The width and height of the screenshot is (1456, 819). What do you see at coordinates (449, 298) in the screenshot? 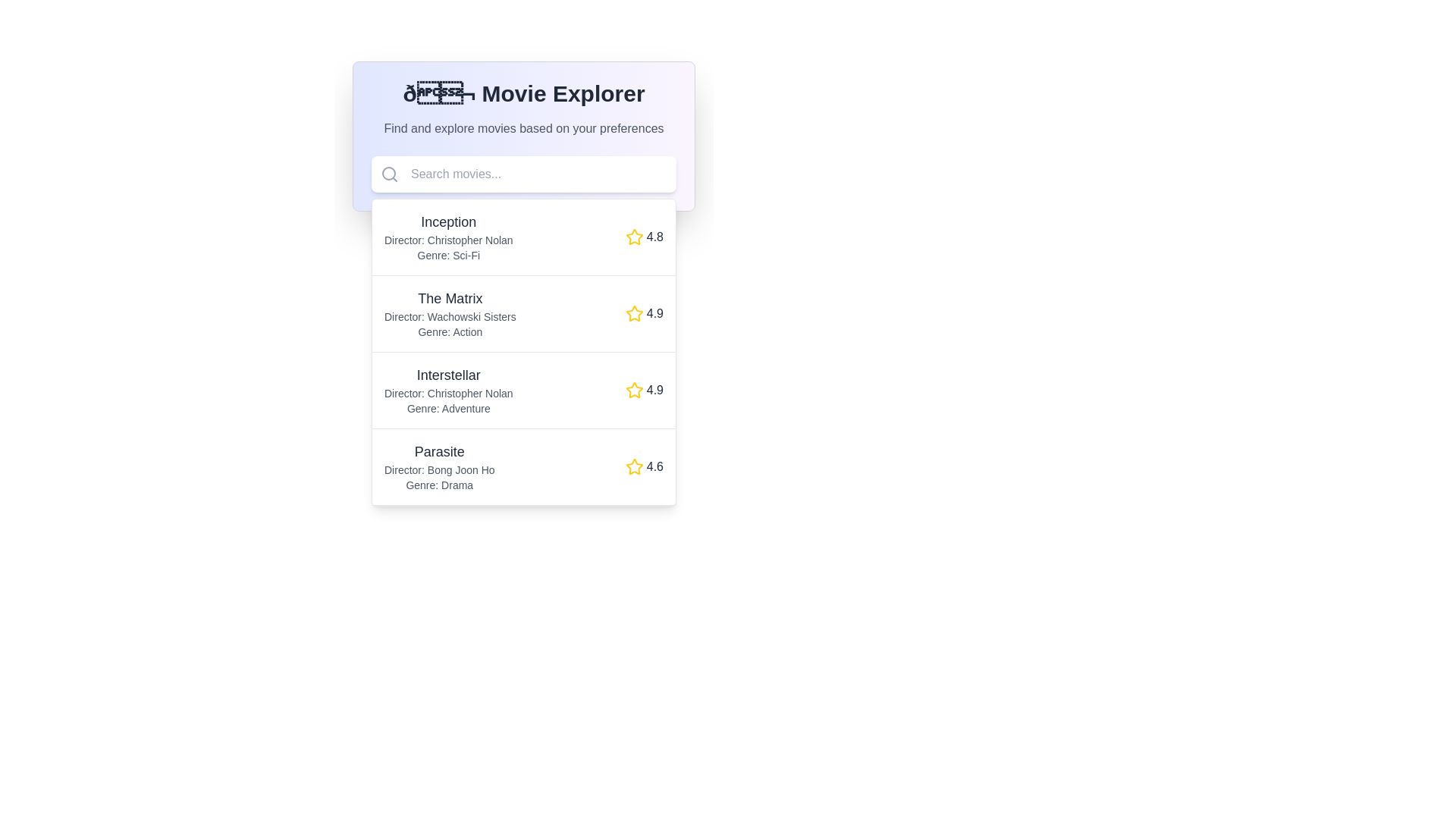
I see `the text label that serves as the title identifier for the movie entry, providing the movie's name to users for selection or informational purposes` at bounding box center [449, 298].